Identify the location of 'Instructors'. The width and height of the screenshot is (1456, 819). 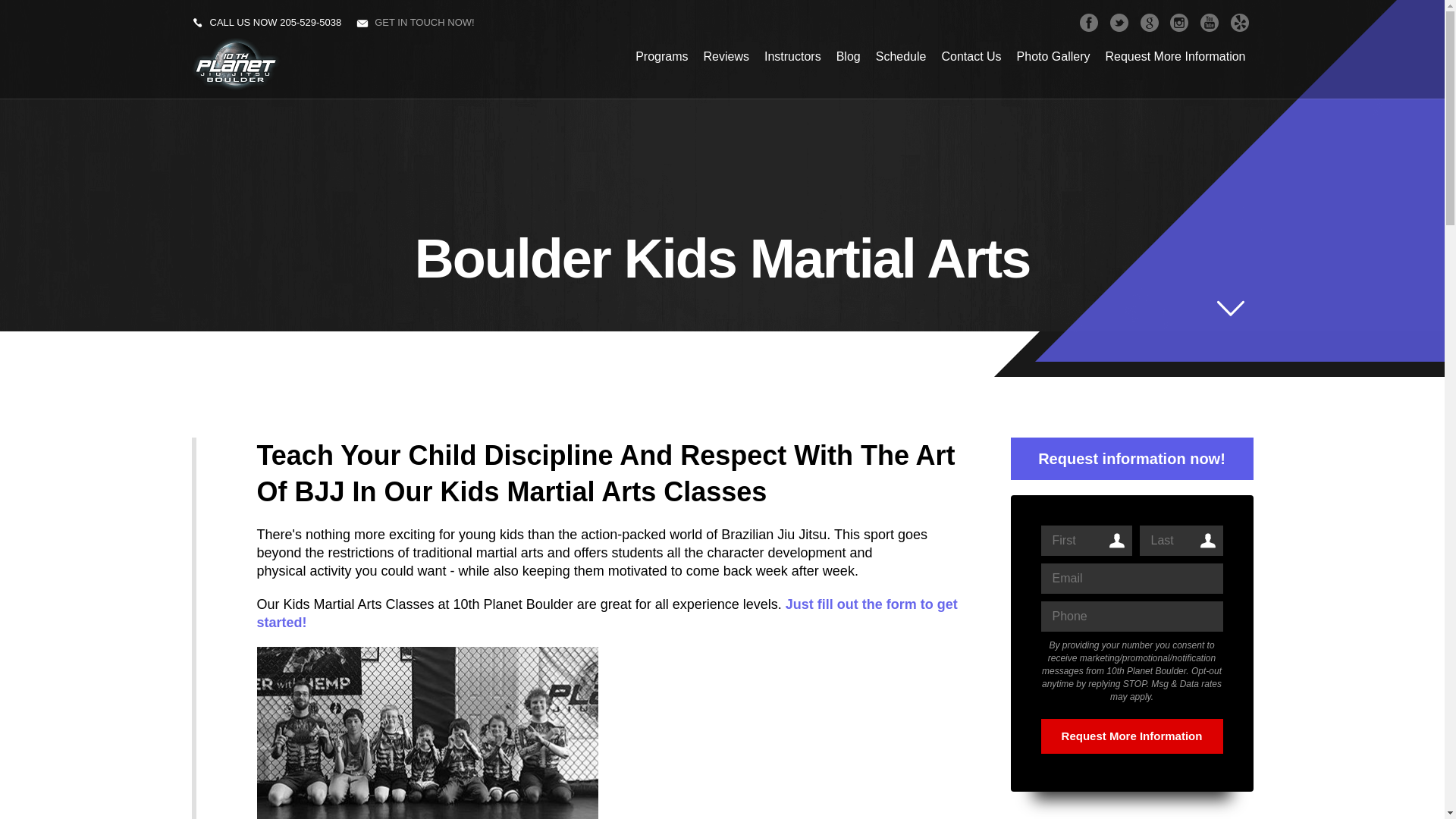
(760, 55).